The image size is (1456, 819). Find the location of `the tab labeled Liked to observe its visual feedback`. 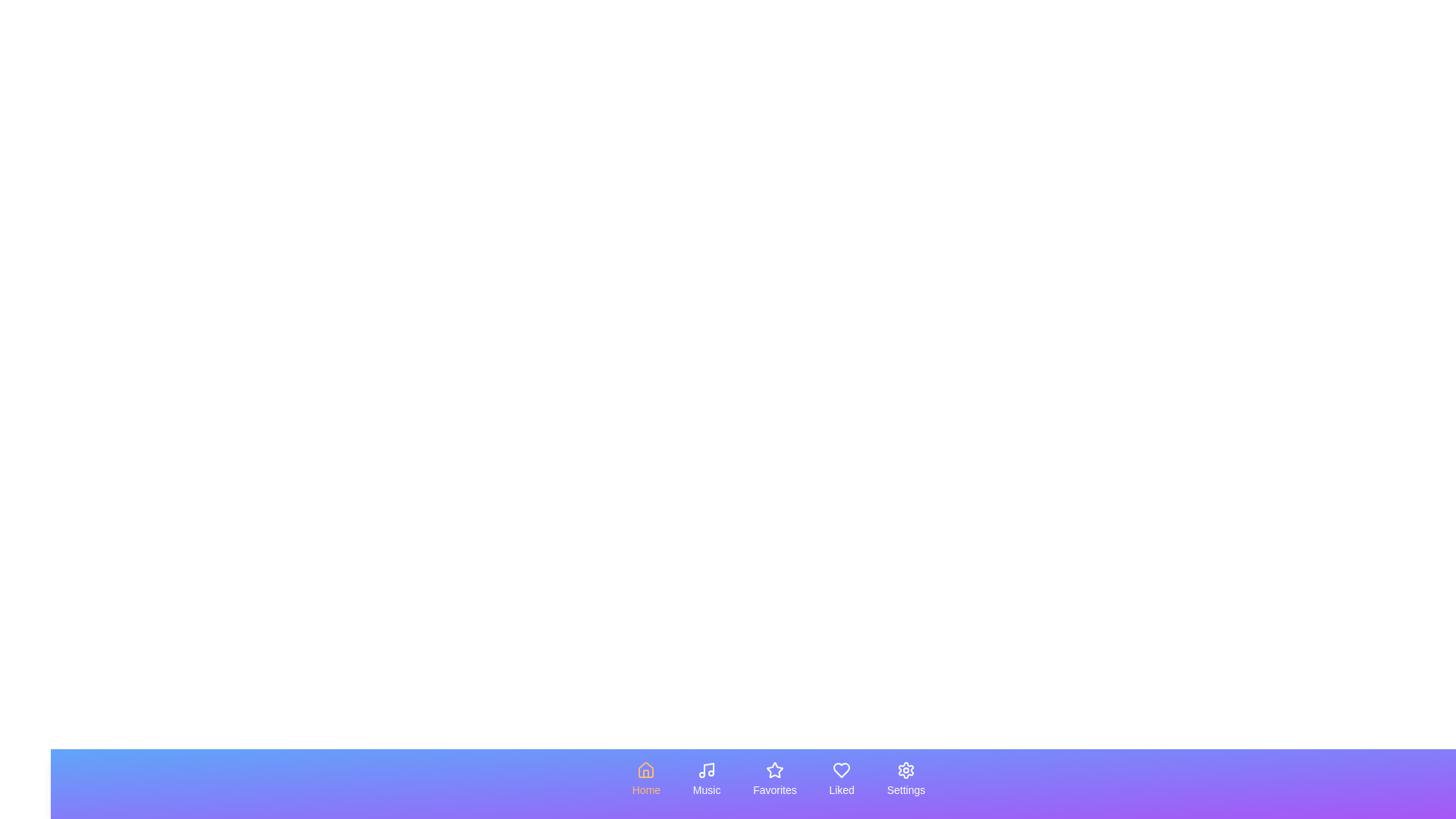

the tab labeled Liked to observe its visual feedback is located at coordinates (840, 780).